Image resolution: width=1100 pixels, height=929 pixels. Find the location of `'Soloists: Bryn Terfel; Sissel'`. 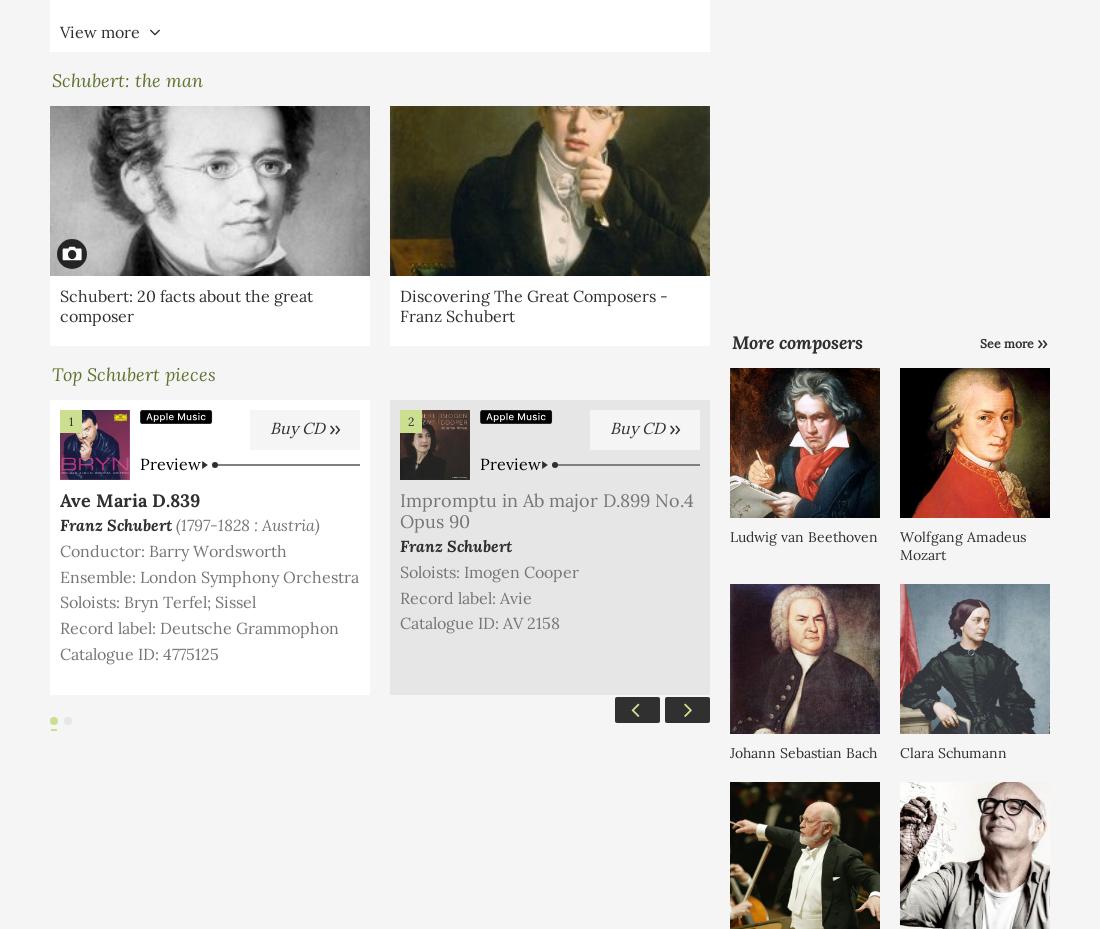

'Soloists: Bryn Terfel; Sissel' is located at coordinates (58, 600).